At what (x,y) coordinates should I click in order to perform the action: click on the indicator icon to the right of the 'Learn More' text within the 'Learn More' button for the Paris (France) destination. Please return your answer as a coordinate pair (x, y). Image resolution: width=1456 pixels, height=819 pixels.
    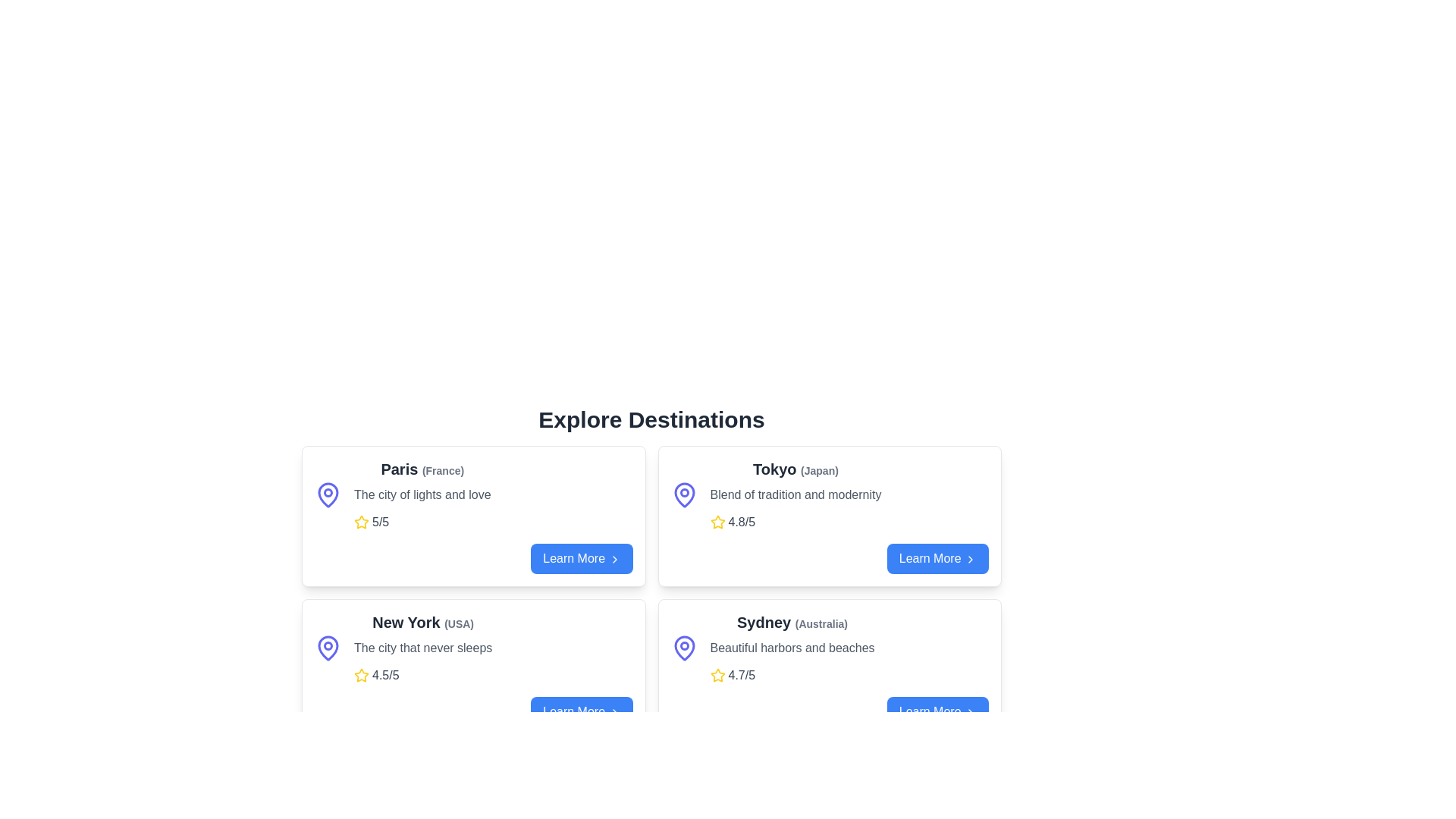
    Looking at the image, I should click on (614, 559).